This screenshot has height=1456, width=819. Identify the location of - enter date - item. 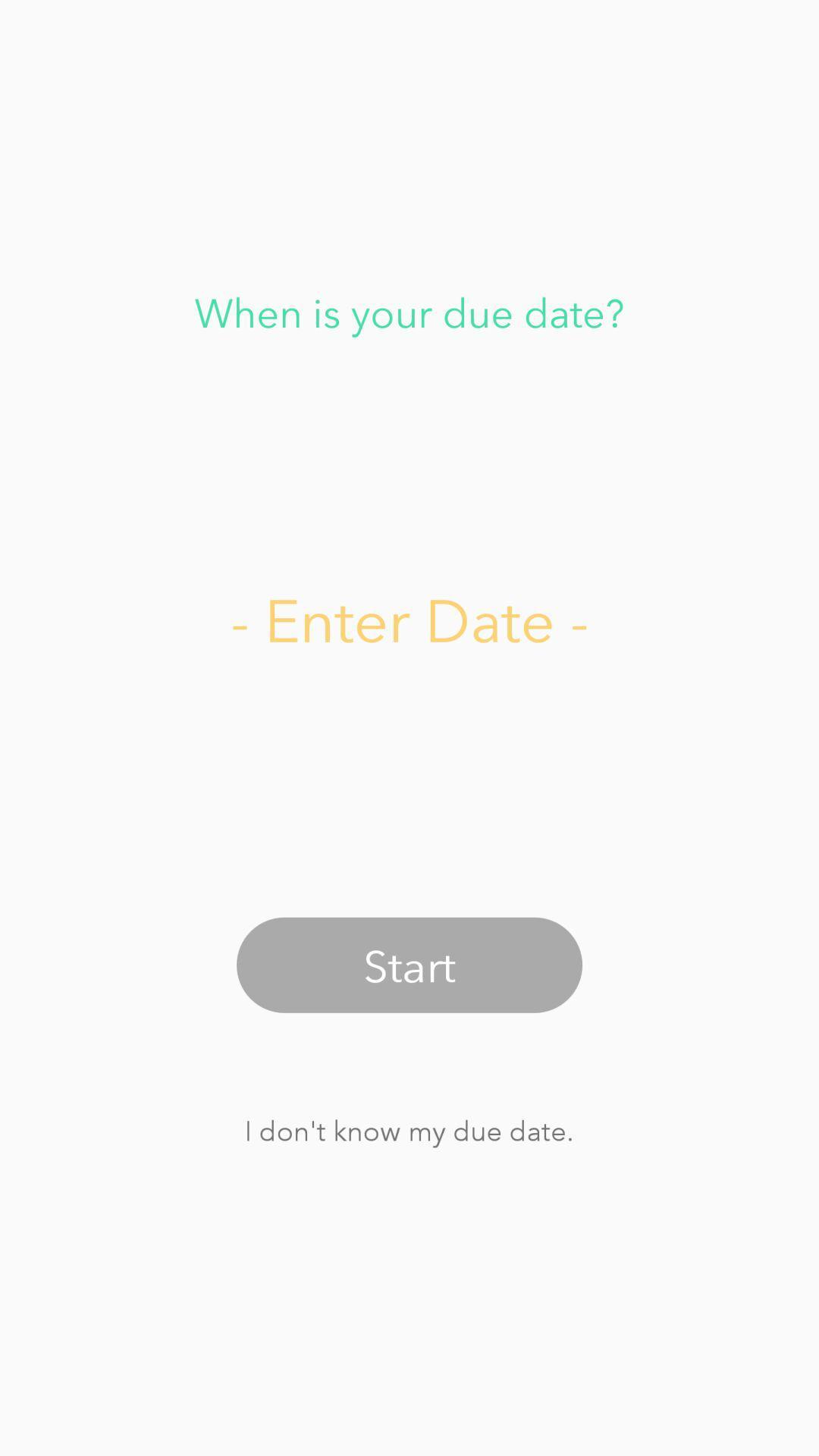
(409, 619).